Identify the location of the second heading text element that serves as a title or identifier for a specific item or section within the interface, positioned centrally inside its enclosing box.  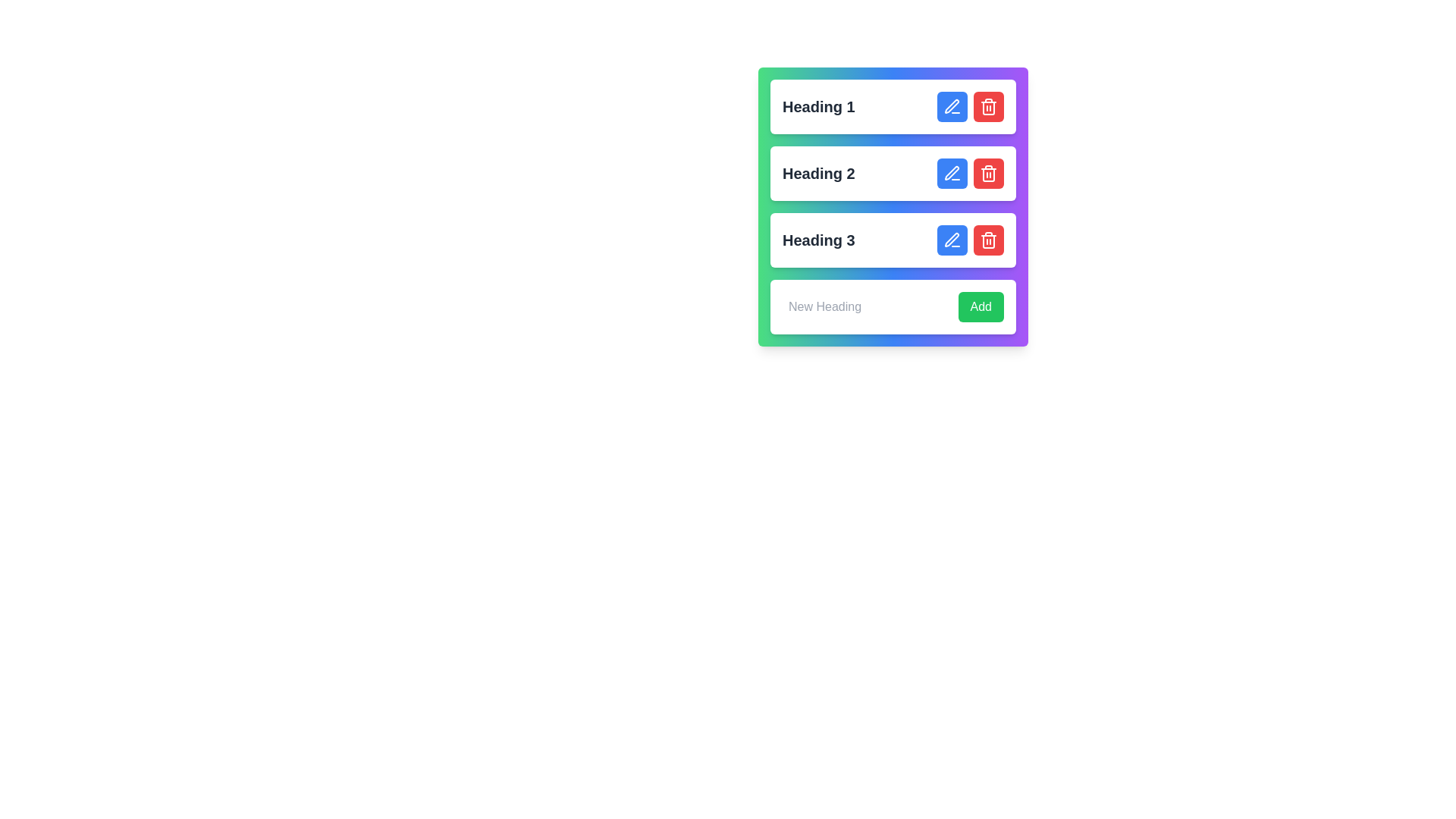
(817, 172).